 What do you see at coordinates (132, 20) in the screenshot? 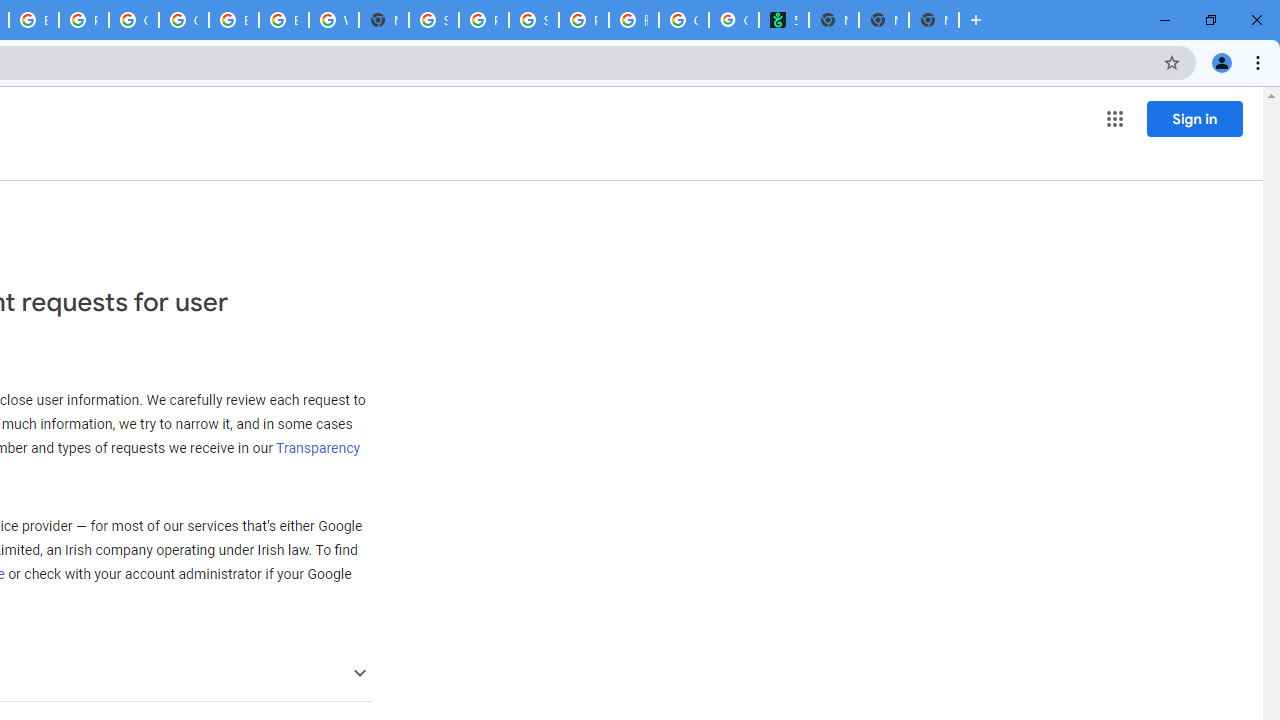
I see `'Google Cloud Platform'` at bounding box center [132, 20].